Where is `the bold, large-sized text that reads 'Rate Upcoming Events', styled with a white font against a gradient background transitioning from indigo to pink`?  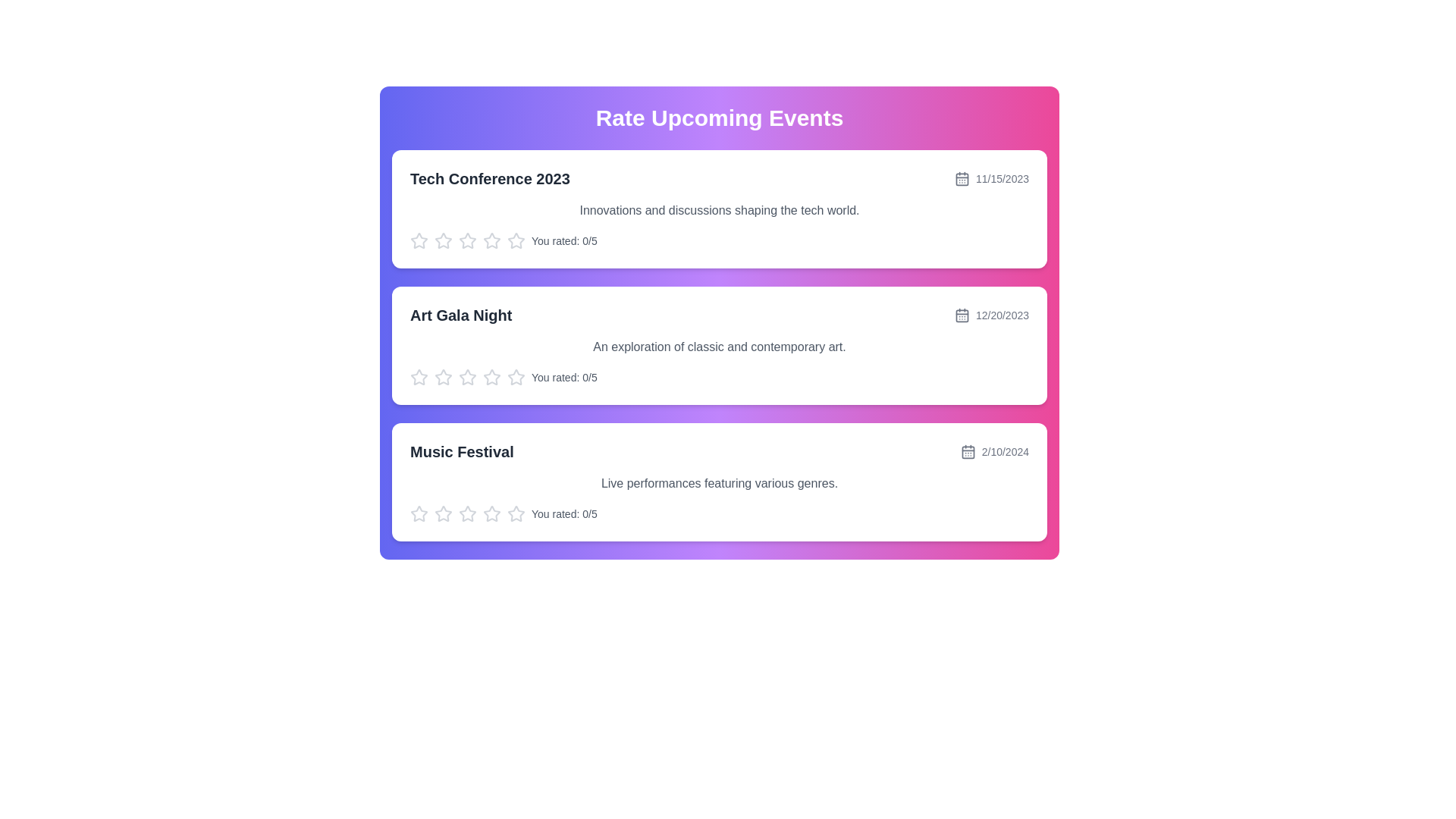 the bold, large-sized text that reads 'Rate Upcoming Events', styled with a white font against a gradient background transitioning from indigo to pink is located at coordinates (719, 117).